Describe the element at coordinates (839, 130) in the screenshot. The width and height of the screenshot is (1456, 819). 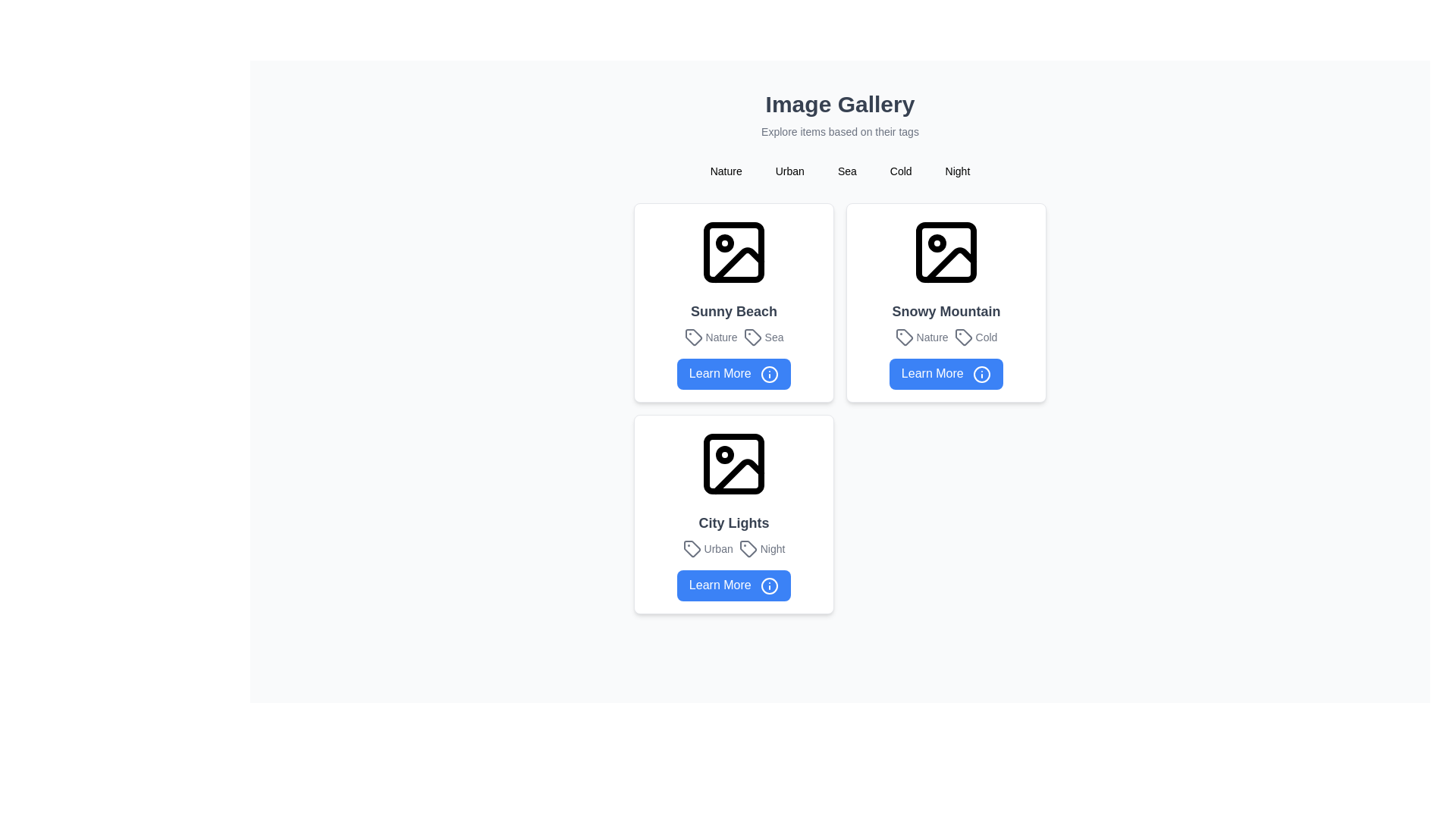
I see `the text label that says 'Explore items based on their tags', which is styled with a small font size and subtle gray color, located directly below the header 'Image Gallery'` at that location.